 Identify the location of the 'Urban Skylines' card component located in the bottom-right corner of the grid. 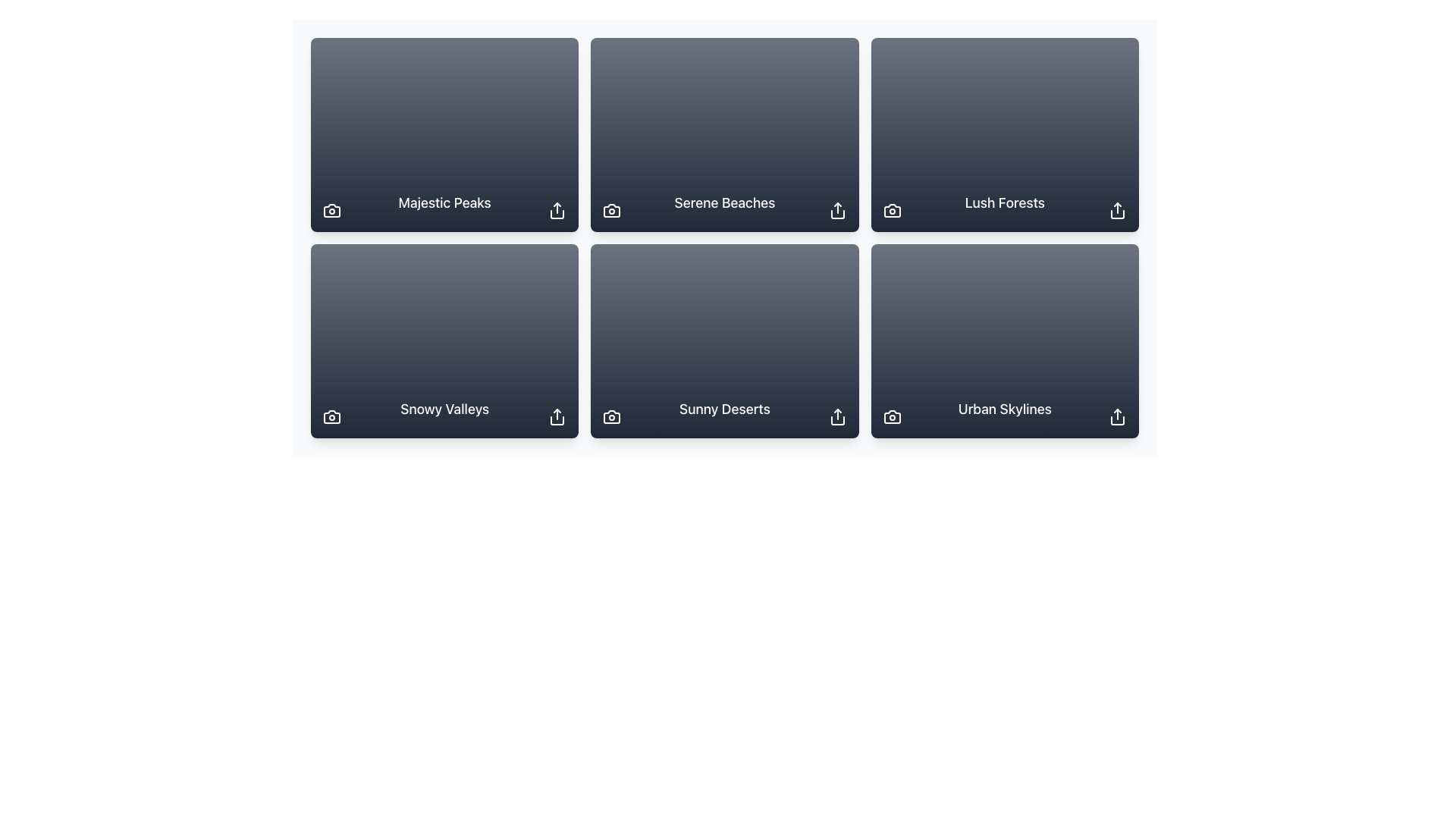
(1005, 341).